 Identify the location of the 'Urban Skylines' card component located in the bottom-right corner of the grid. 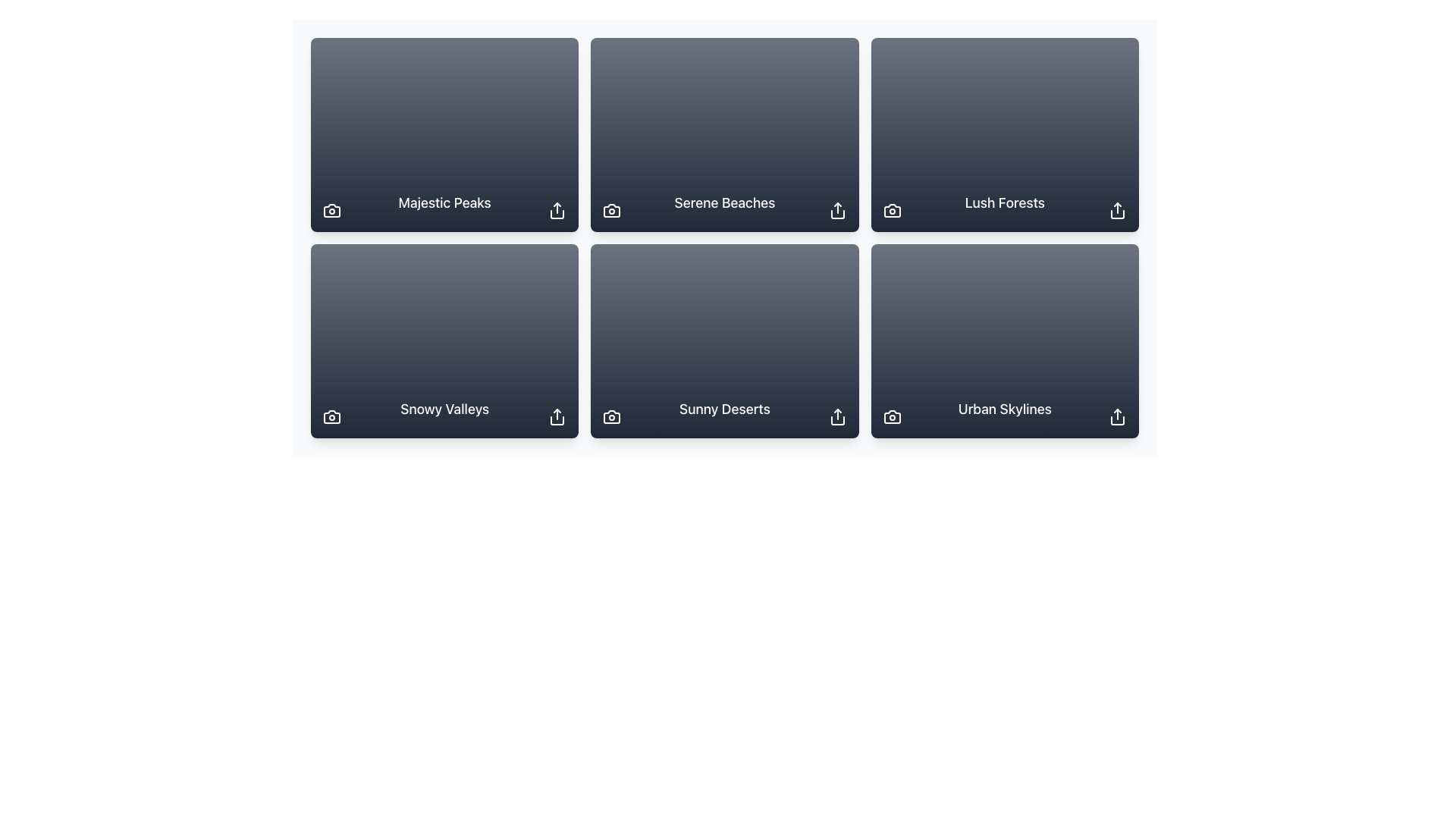
(1005, 341).